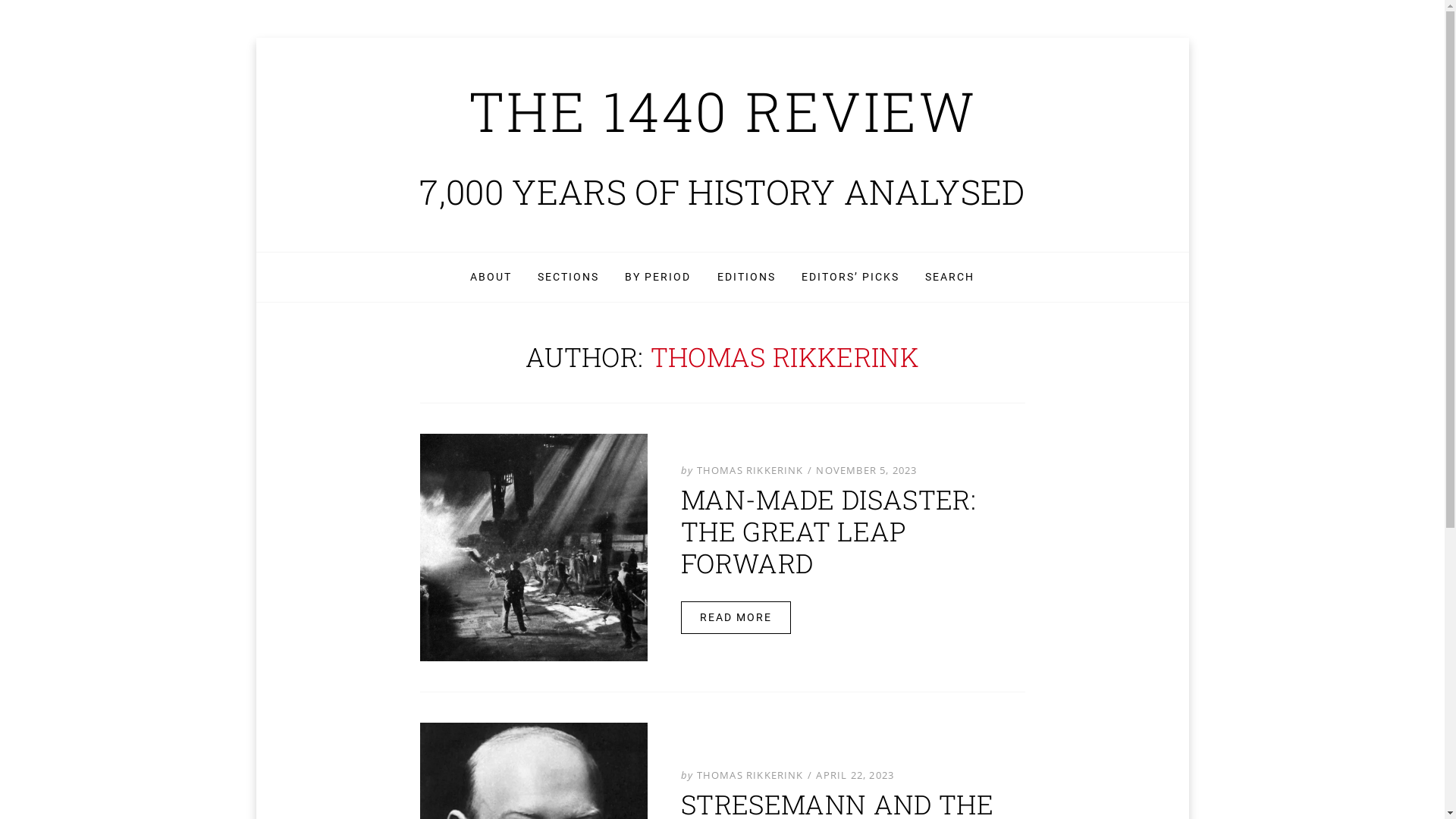  What do you see at coordinates (679, 617) in the screenshot?
I see `'READ MORE'` at bounding box center [679, 617].